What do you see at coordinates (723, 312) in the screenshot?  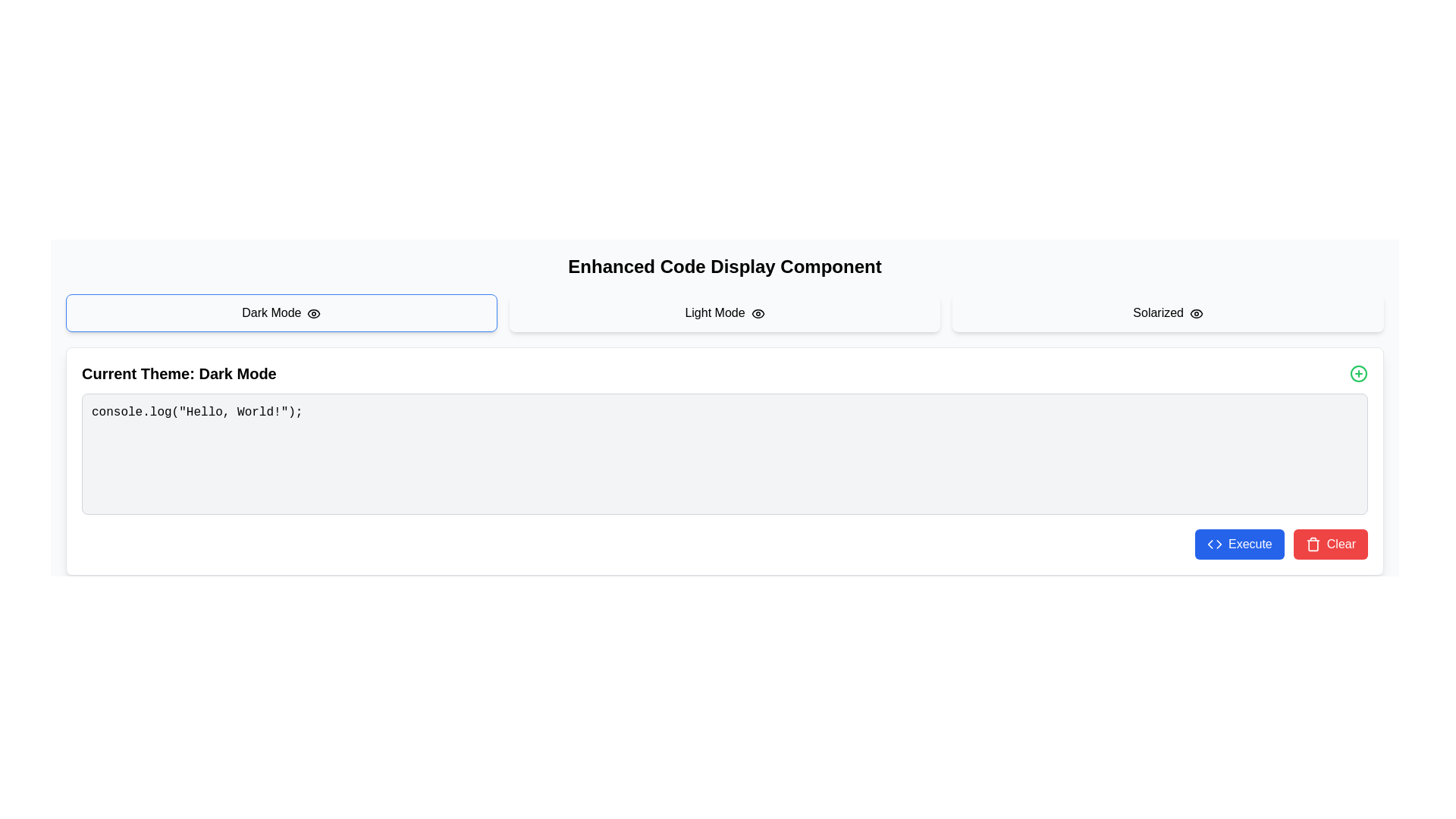 I see `the 'Light Mode' button located in the group of mode toggles beneath the title 'Enhanced Code Display Component'` at bounding box center [723, 312].